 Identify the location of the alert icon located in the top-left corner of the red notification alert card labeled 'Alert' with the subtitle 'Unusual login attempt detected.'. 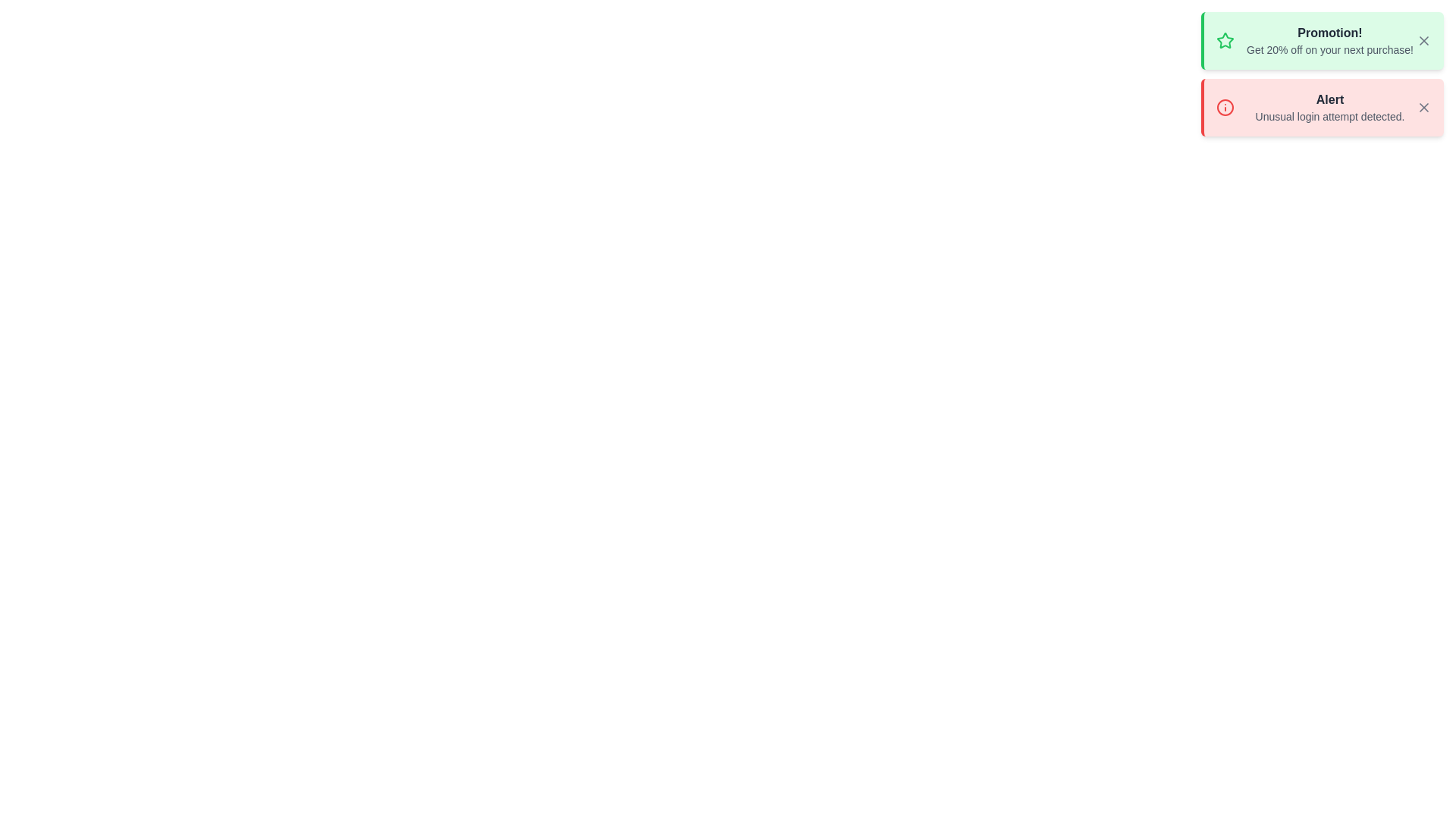
(1225, 107).